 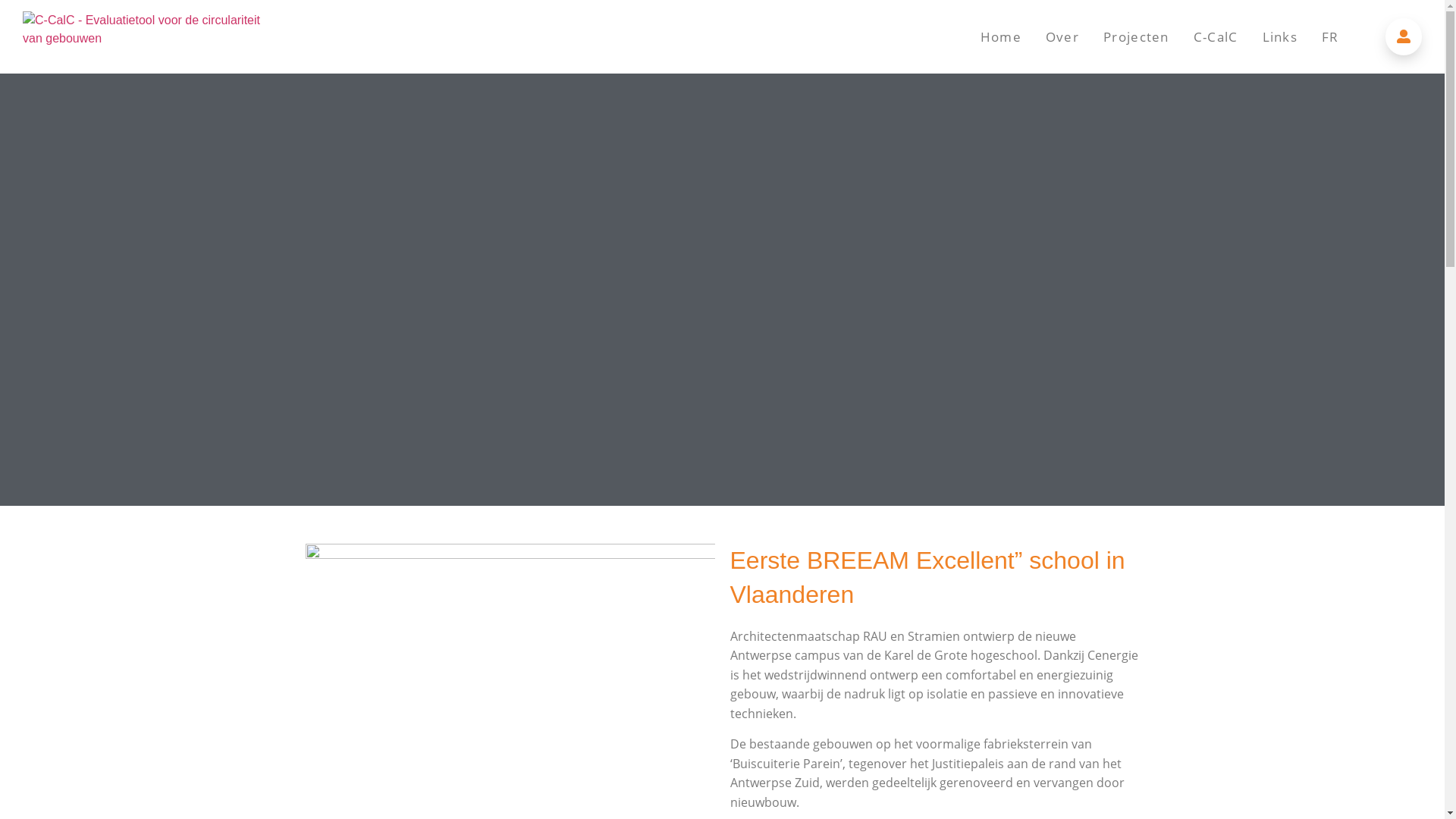 I want to click on 'Over', so click(x=1062, y=36).